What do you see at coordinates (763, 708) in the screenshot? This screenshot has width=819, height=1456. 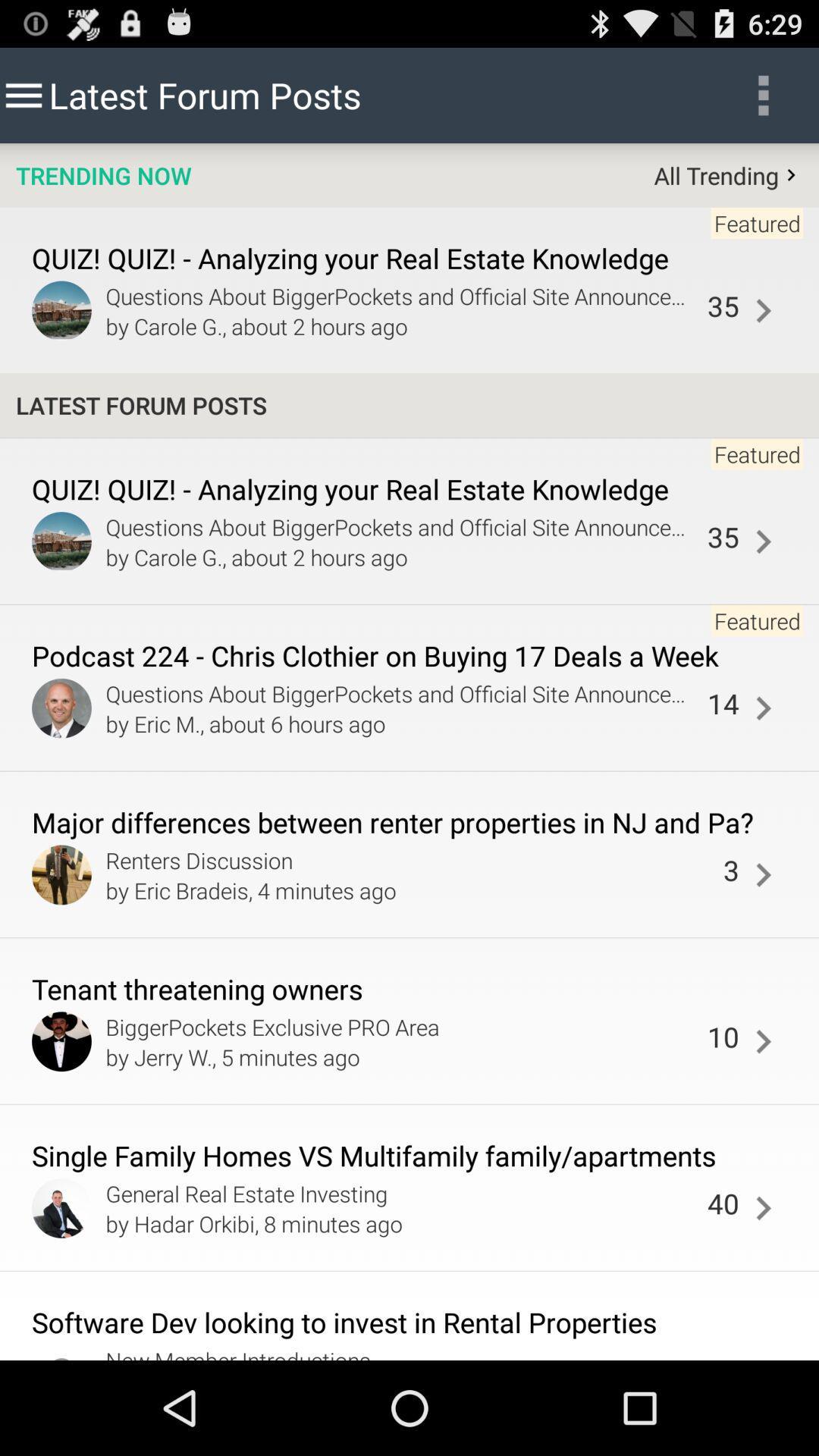 I see `app next to 14 app` at bounding box center [763, 708].